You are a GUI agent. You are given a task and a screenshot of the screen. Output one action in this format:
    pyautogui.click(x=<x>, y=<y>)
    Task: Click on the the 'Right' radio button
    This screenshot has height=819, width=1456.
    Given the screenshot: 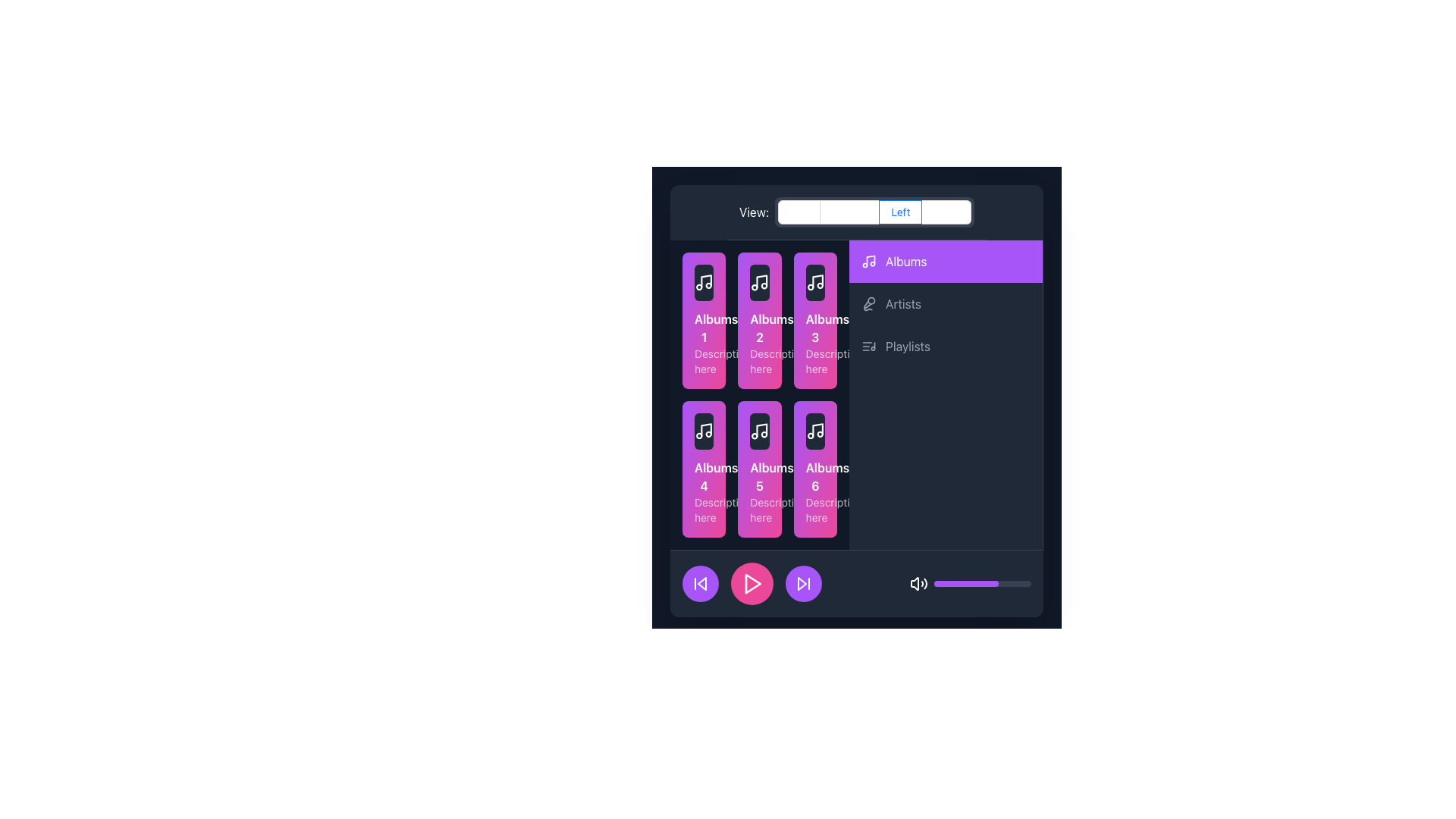 What is the action you would take?
    pyautogui.click(x=946, y=212)
    